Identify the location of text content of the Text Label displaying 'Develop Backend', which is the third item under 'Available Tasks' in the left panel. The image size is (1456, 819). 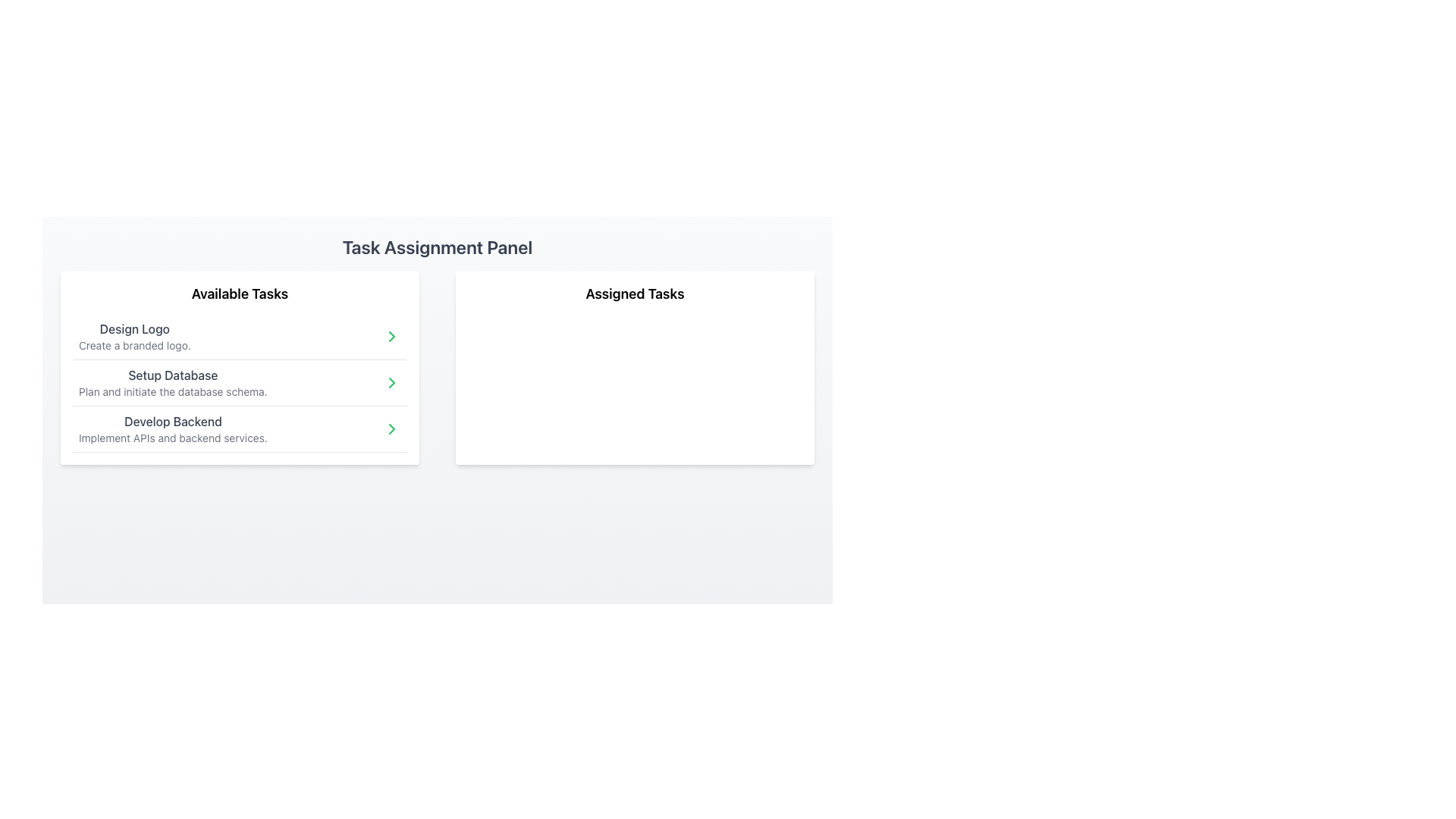
(173, 421).